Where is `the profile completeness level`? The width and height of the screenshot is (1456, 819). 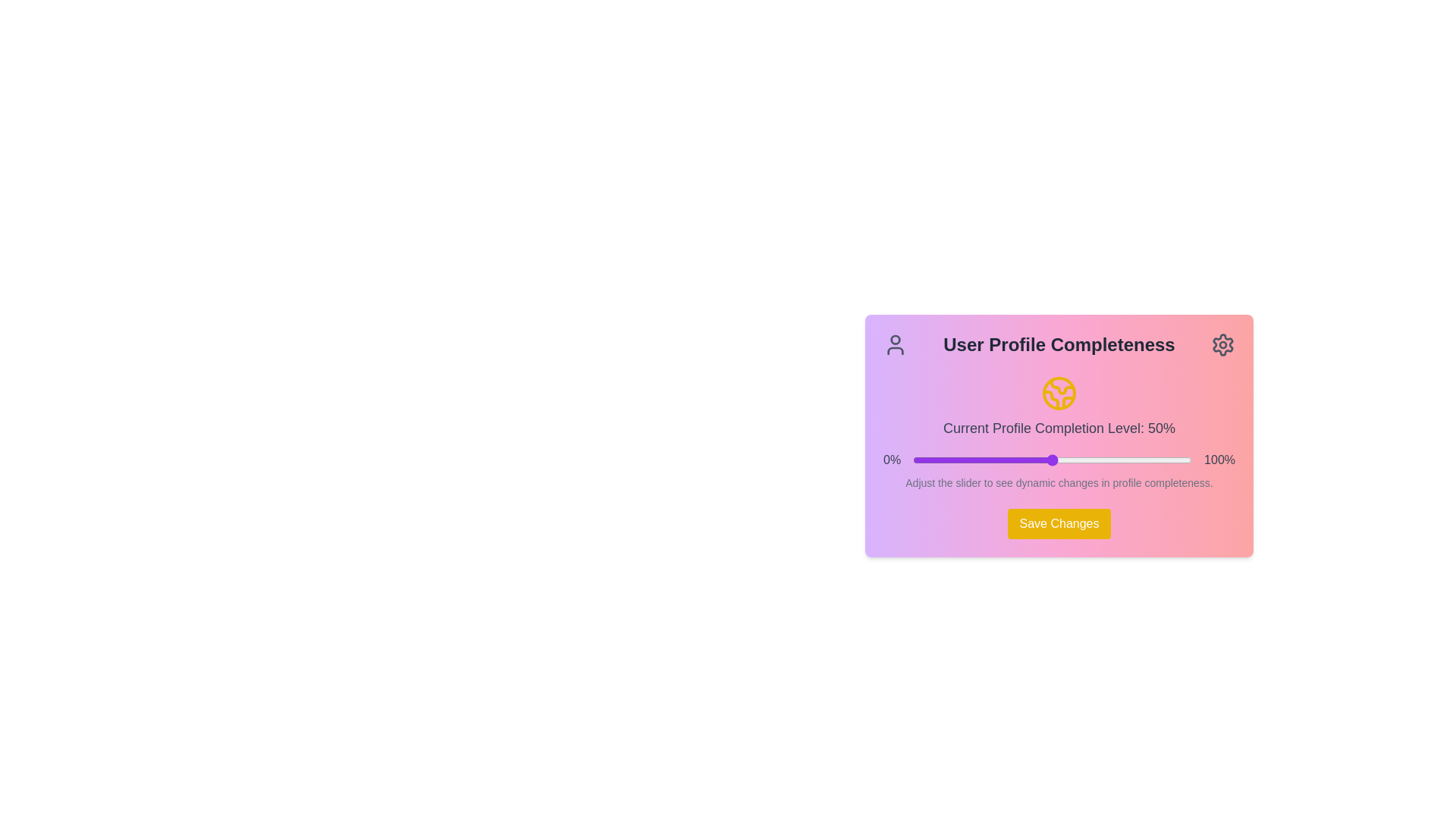
the profile completeness level is located at coordinates (1021, 459).